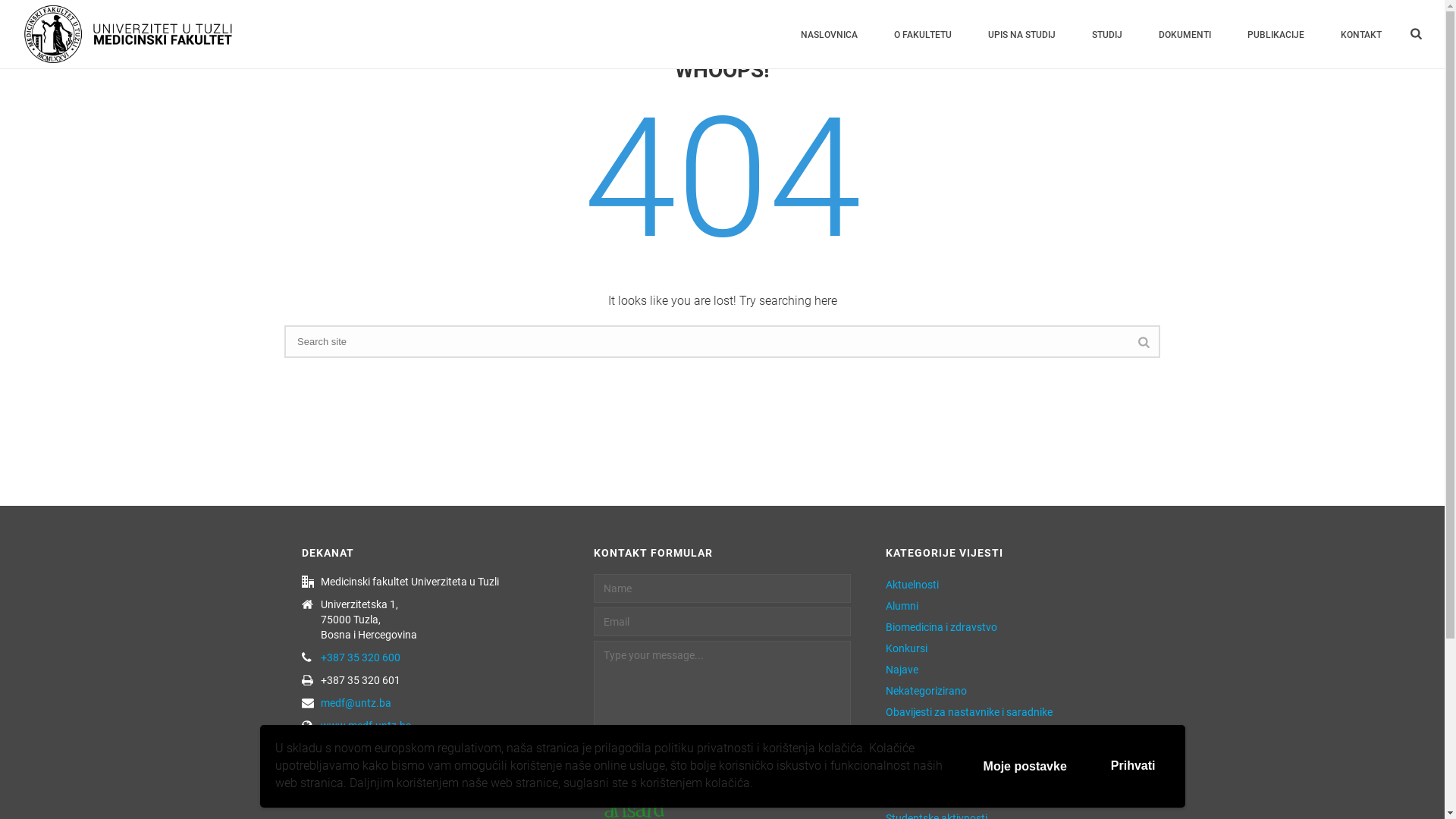 This screenshot has width=1456, height=819. What do you see at coordinates (1106, 34) in the screenshot?
I see `'STUDIJ'` at bounding box center [1106, 34].